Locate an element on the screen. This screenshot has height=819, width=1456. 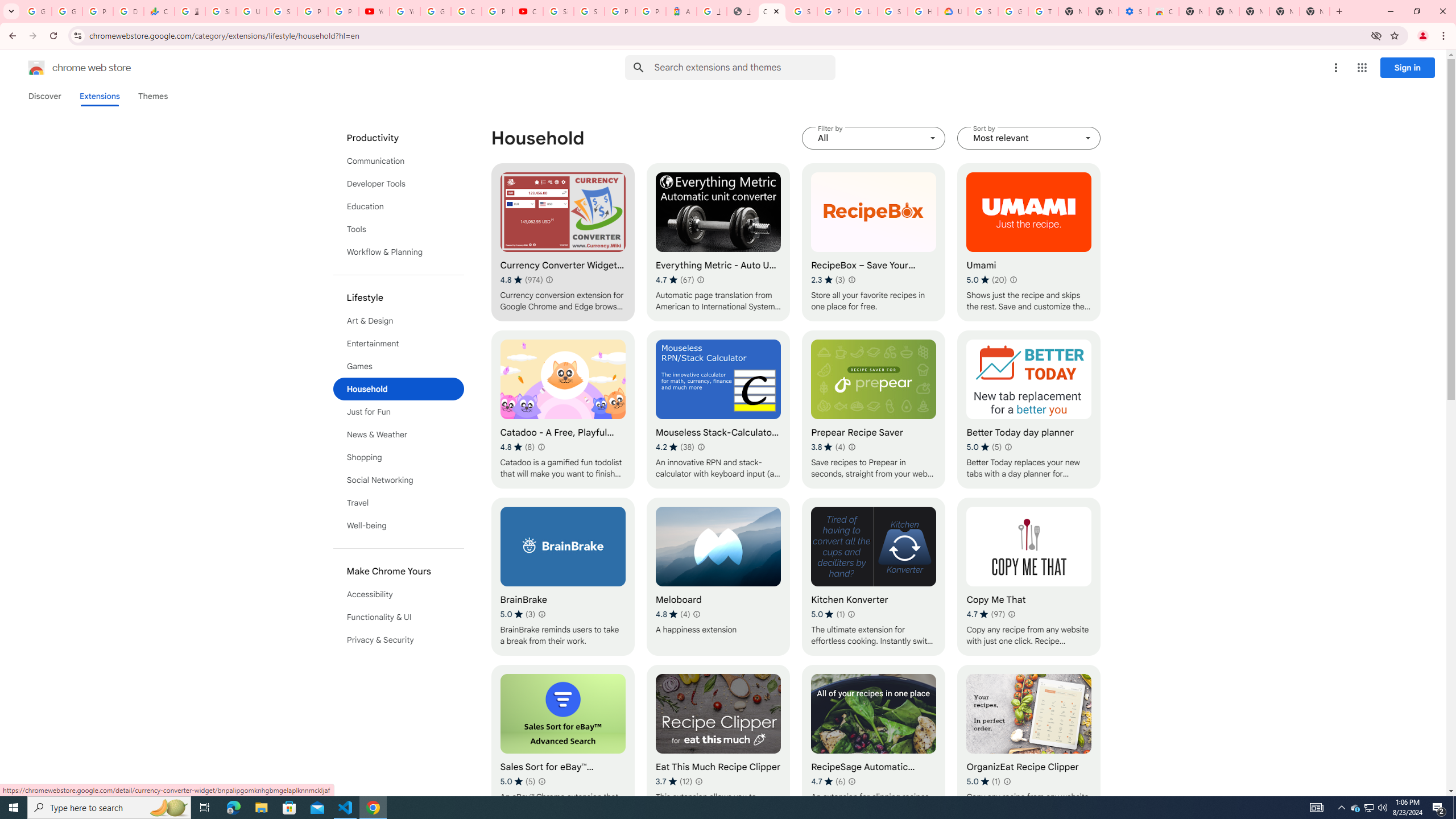
'Average rating 4.8 out of 5 stars. 974 ratings.' is located at coordinates (521, 279).